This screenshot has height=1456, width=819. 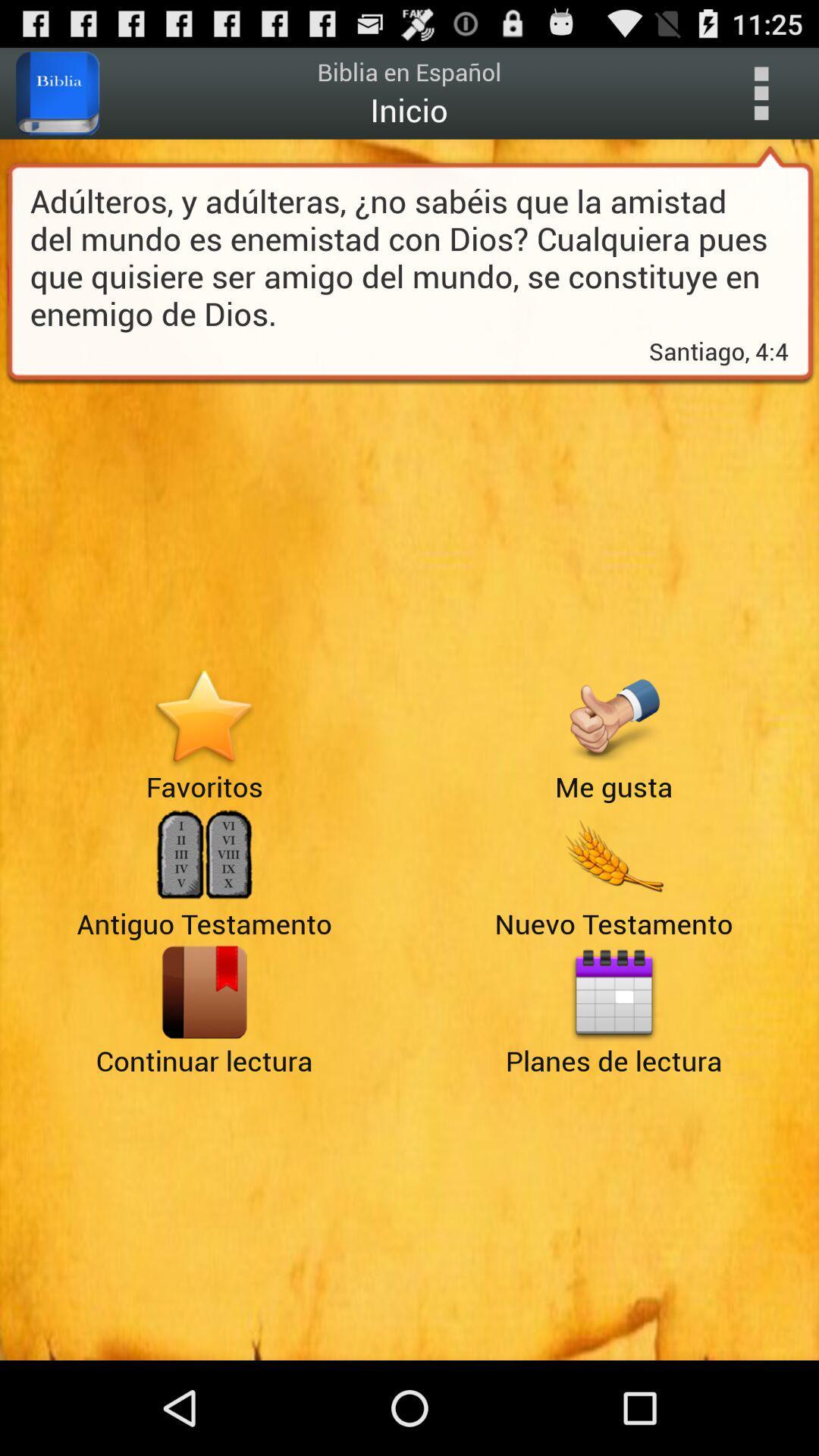 What do you see at coordinates (613, 1061) in the screenshot?
I see `the date_range icon` at bounding box center [613, 1061].